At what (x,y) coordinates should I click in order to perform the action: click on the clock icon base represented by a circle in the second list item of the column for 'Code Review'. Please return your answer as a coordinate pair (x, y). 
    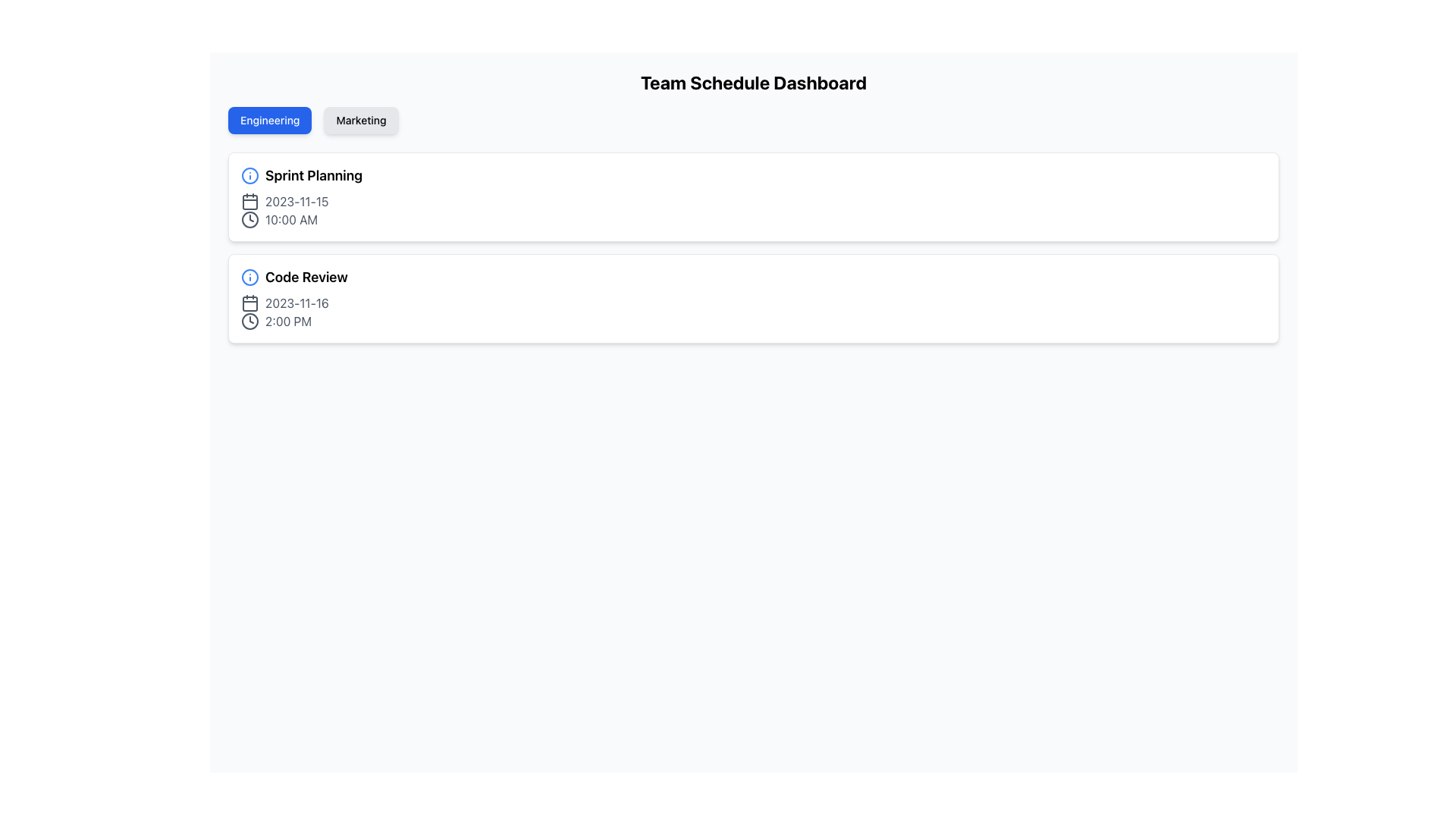
    Looking at the image, I should click on (250, 321).